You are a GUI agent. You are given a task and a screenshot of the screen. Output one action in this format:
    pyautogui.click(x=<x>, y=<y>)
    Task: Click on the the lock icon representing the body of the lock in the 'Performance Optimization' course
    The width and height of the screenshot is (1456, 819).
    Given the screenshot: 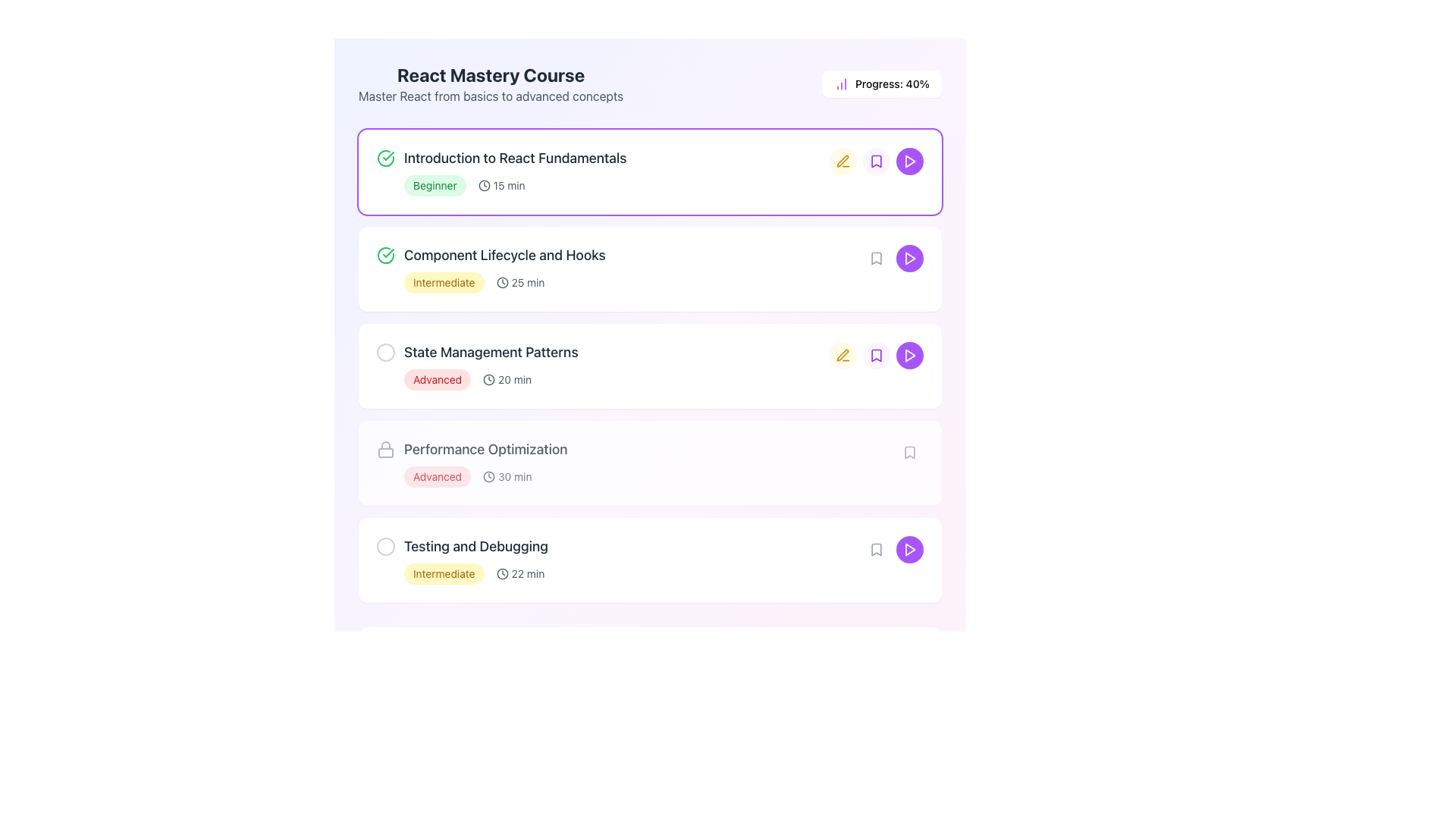 What is the action you would take?
    pyautogui.click(x=385, y=452)
    